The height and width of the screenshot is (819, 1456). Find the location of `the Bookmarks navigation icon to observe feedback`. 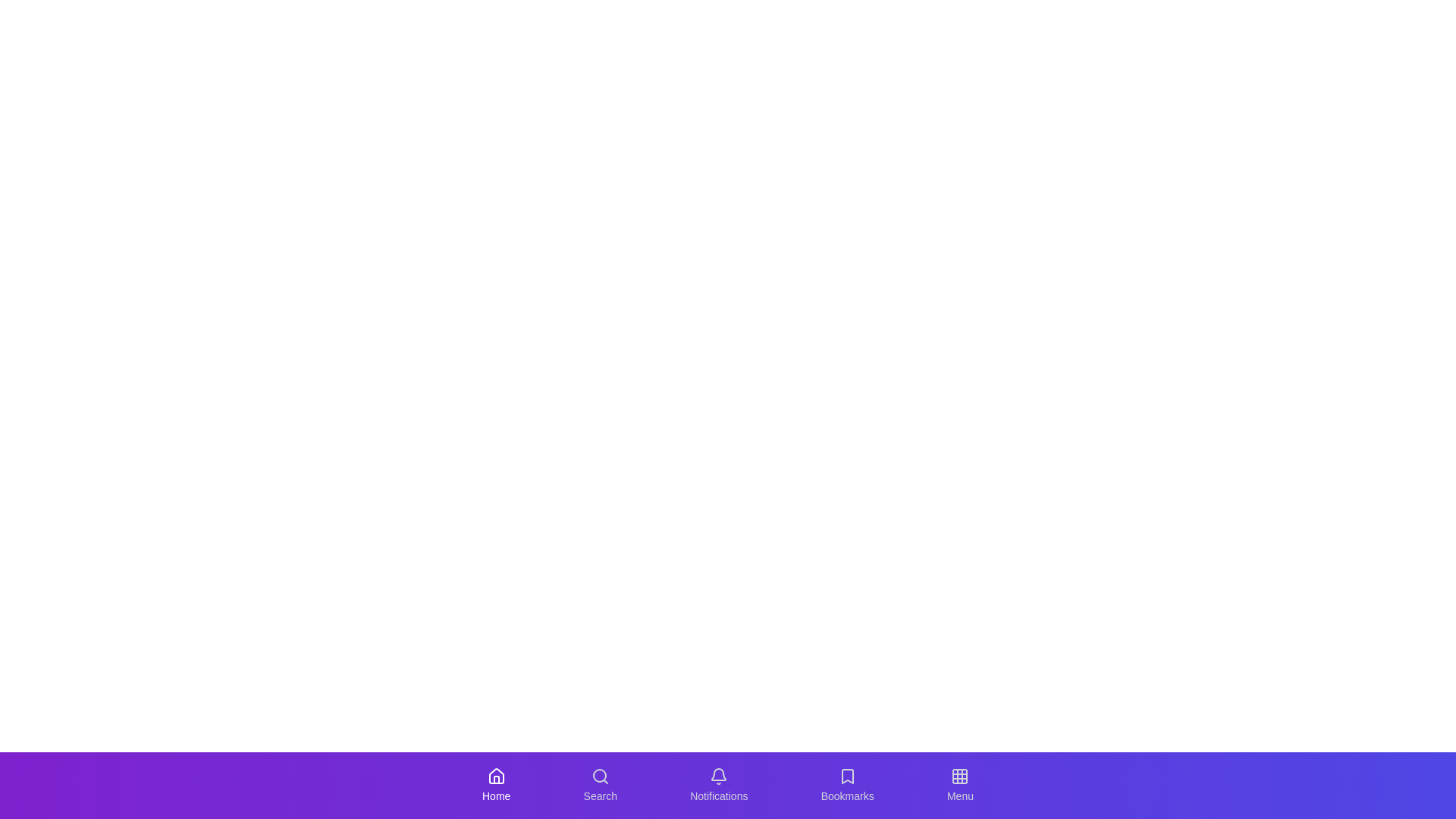

the Bookmarks navigation icon to observe feedback is located at coordinates (846, 785).